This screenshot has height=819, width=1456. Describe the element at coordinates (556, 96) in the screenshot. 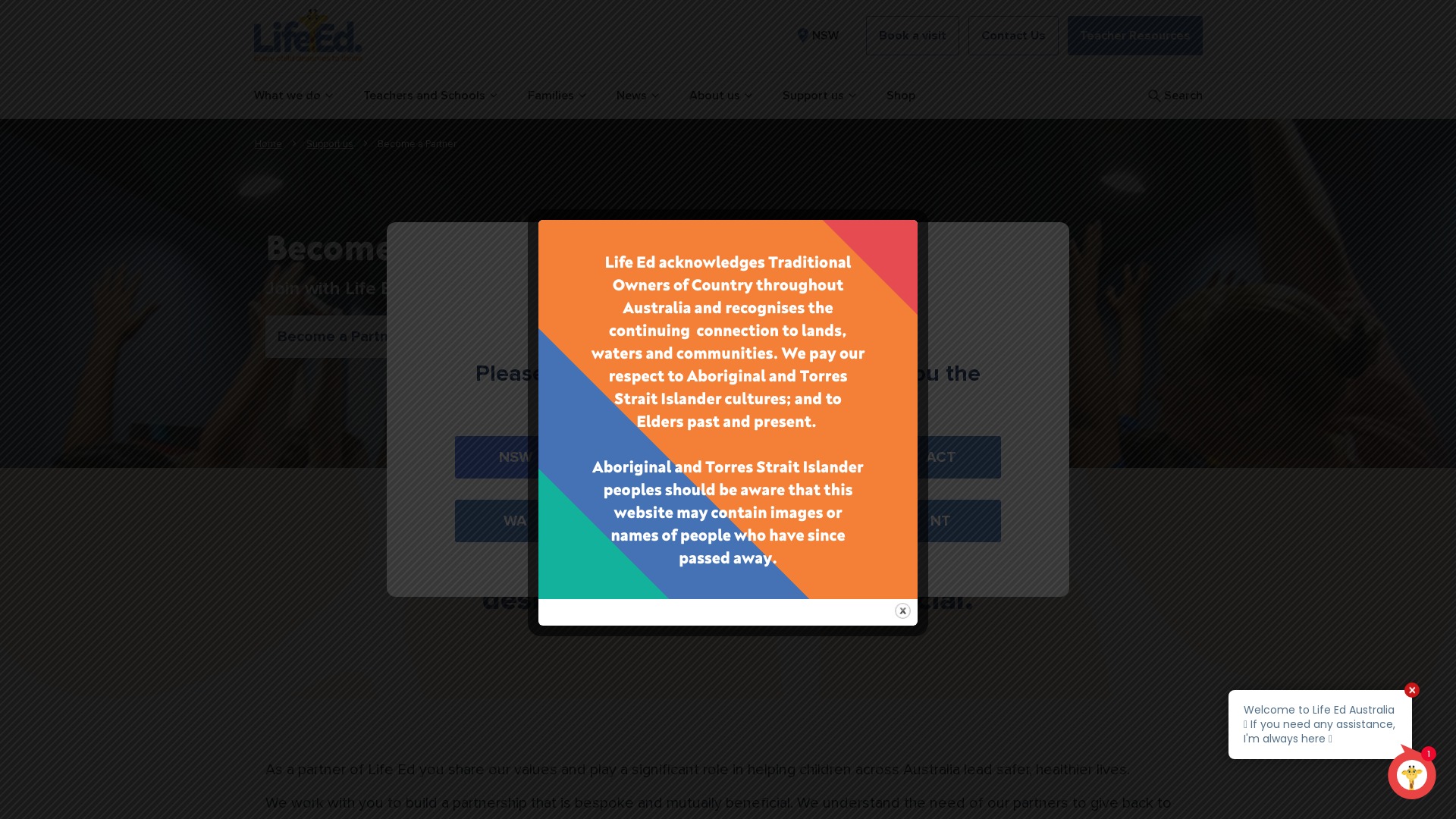

I see `'Families'` at that location.